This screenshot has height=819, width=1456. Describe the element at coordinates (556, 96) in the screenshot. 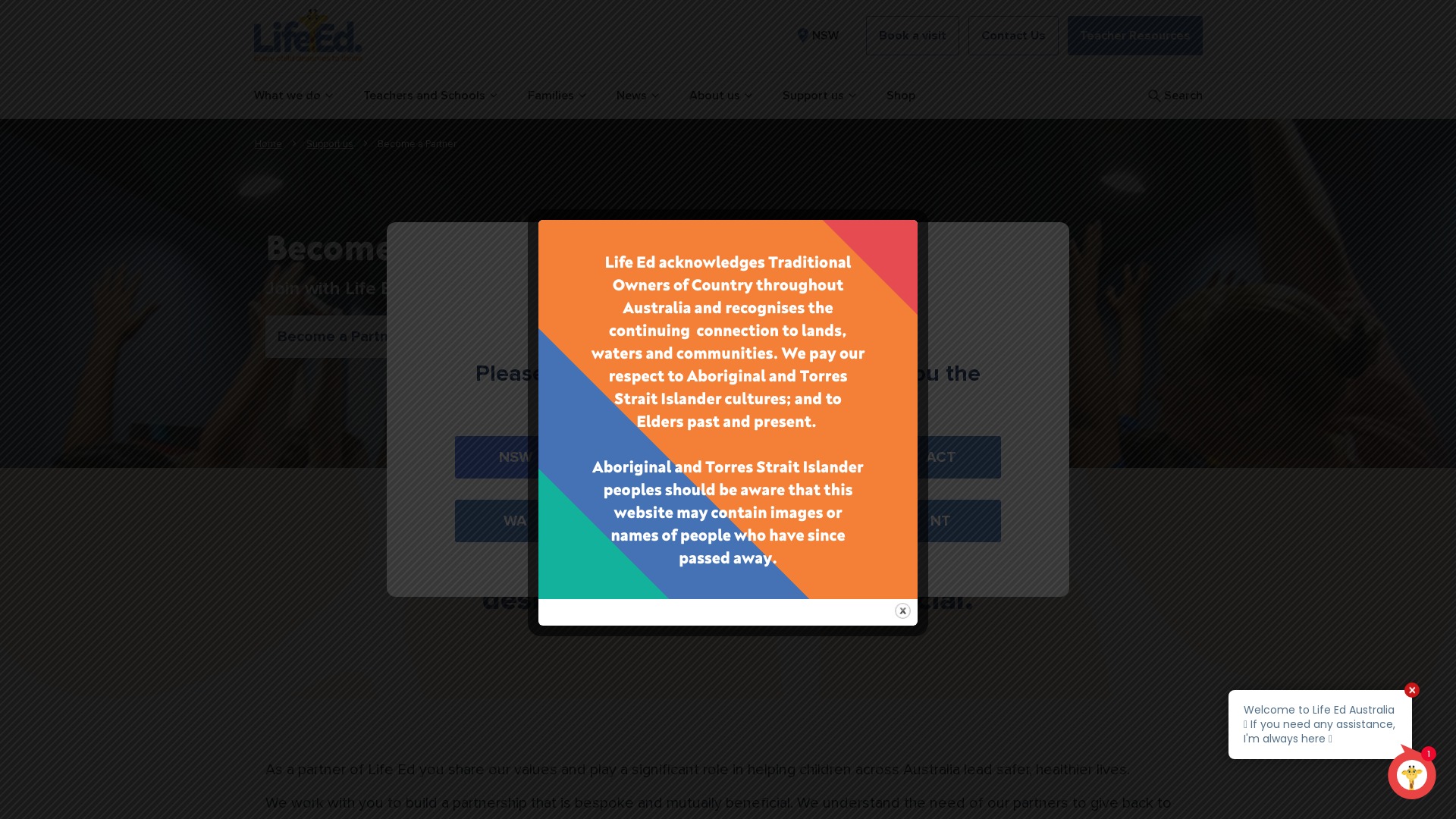

I see `'Families'` at that location.